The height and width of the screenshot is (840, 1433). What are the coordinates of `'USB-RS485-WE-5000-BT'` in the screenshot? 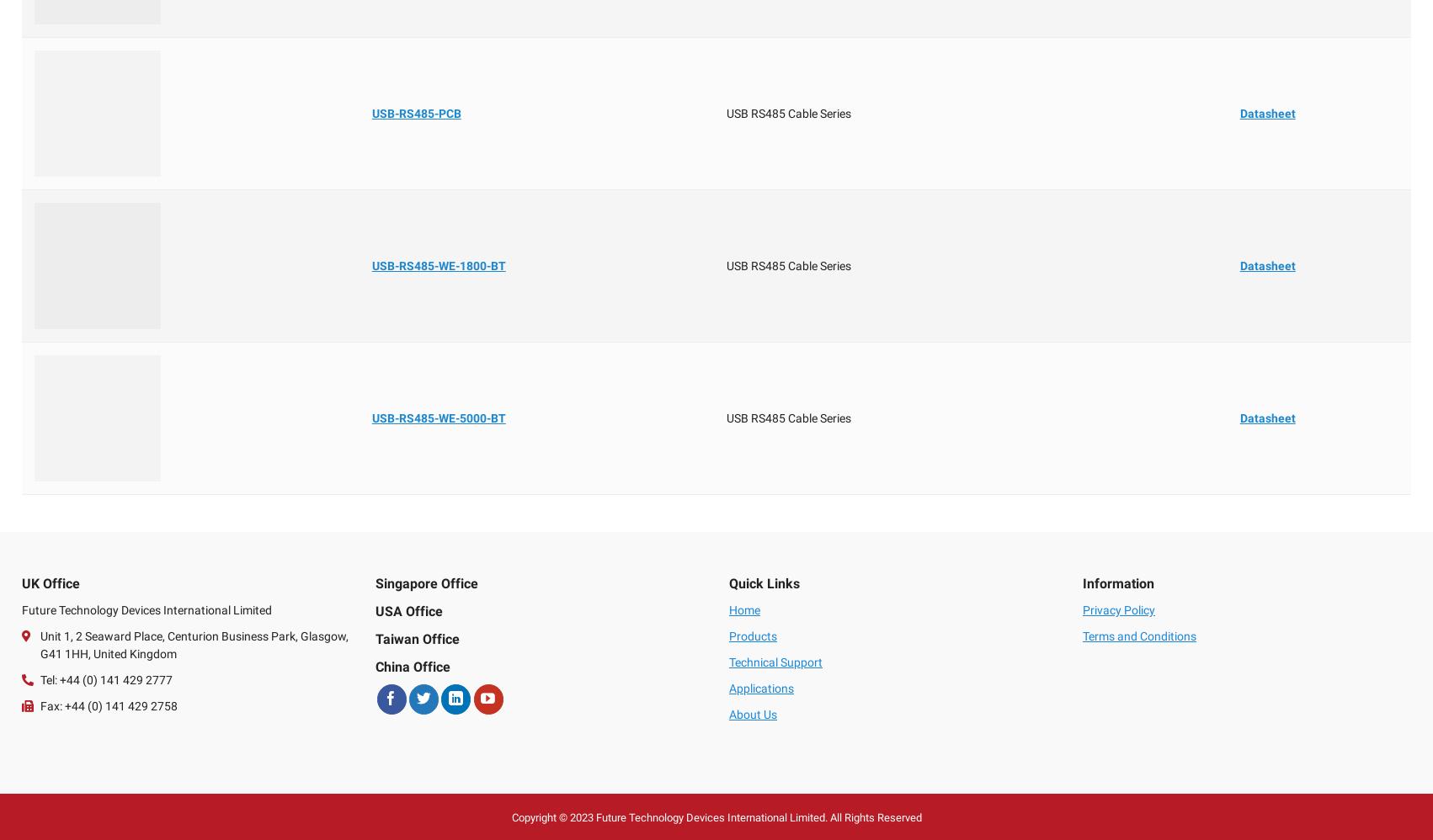 It's located at (437, 417).